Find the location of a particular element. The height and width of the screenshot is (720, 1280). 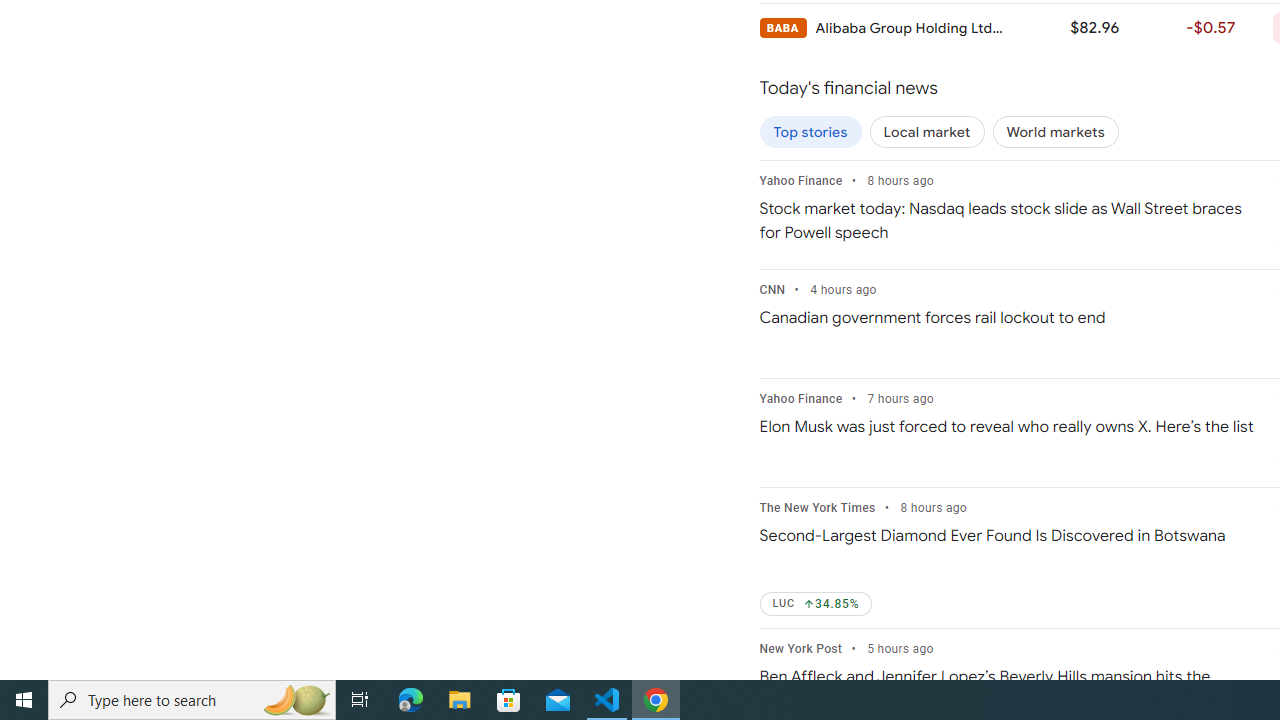

'World markets' is located at coordinates (1054, 132).